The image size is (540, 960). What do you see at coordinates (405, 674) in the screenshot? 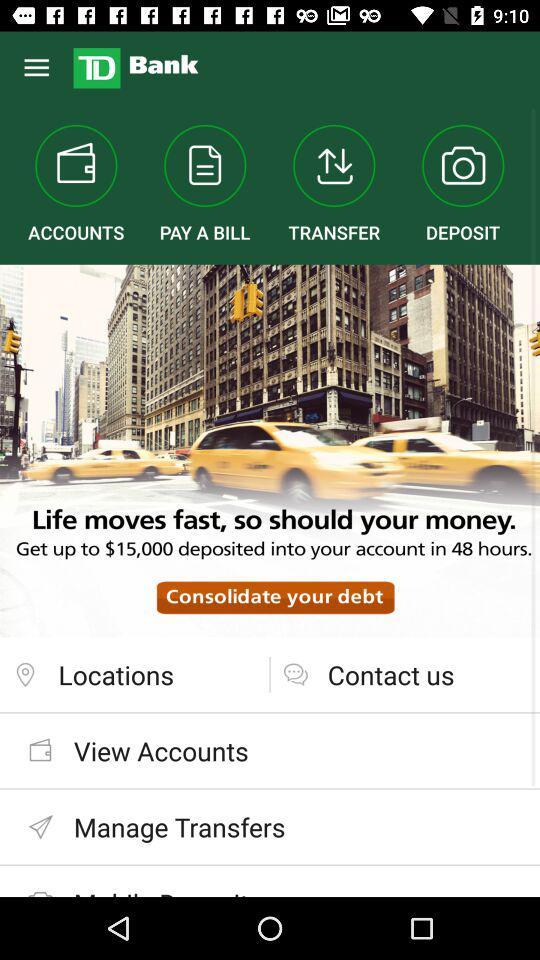
I see `the contact us at the bottom right corner` at bounding box center [405, 674].